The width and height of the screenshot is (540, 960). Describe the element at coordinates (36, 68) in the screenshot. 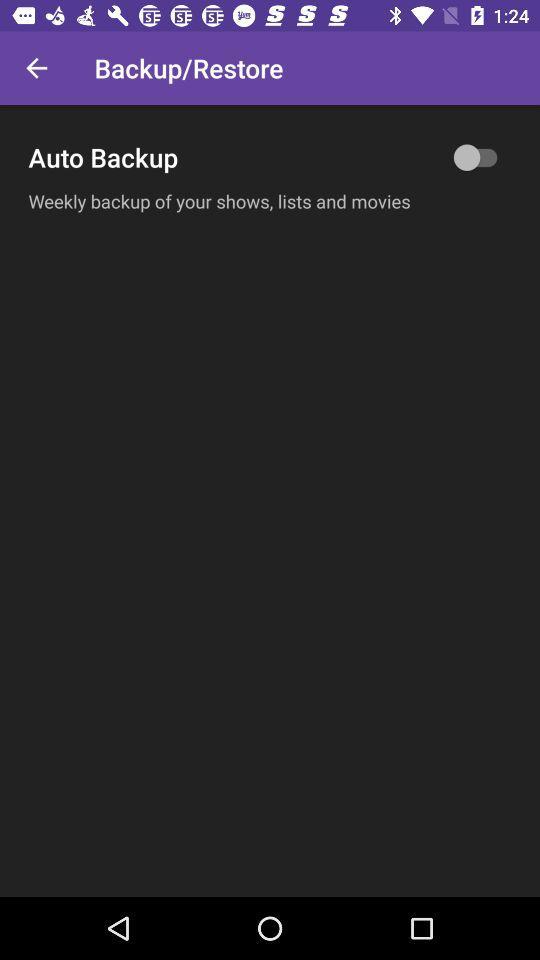

I see `icon next to backup/restore icon` at that location.